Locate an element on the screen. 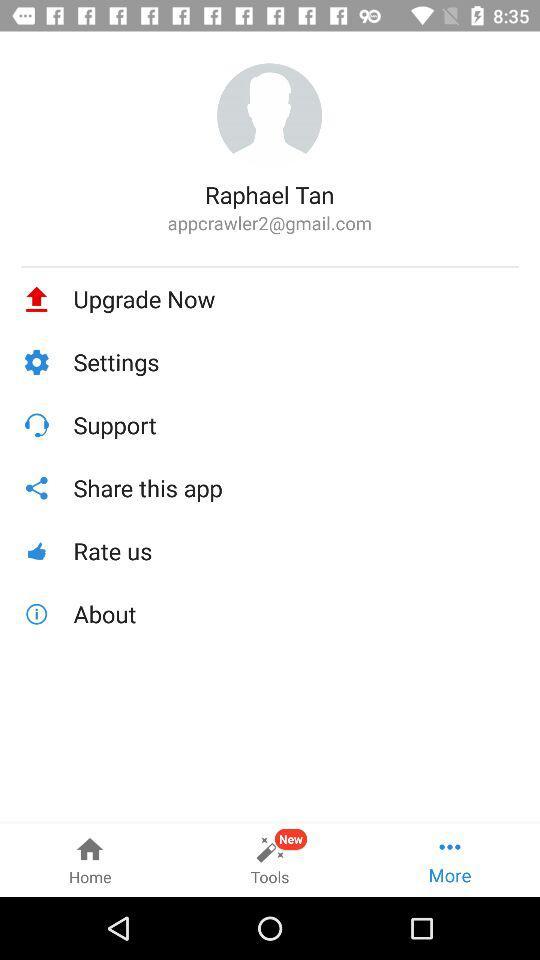 This screenshot has width=540, height=960. the upgrade now icon is located at coordinates (295, 298).